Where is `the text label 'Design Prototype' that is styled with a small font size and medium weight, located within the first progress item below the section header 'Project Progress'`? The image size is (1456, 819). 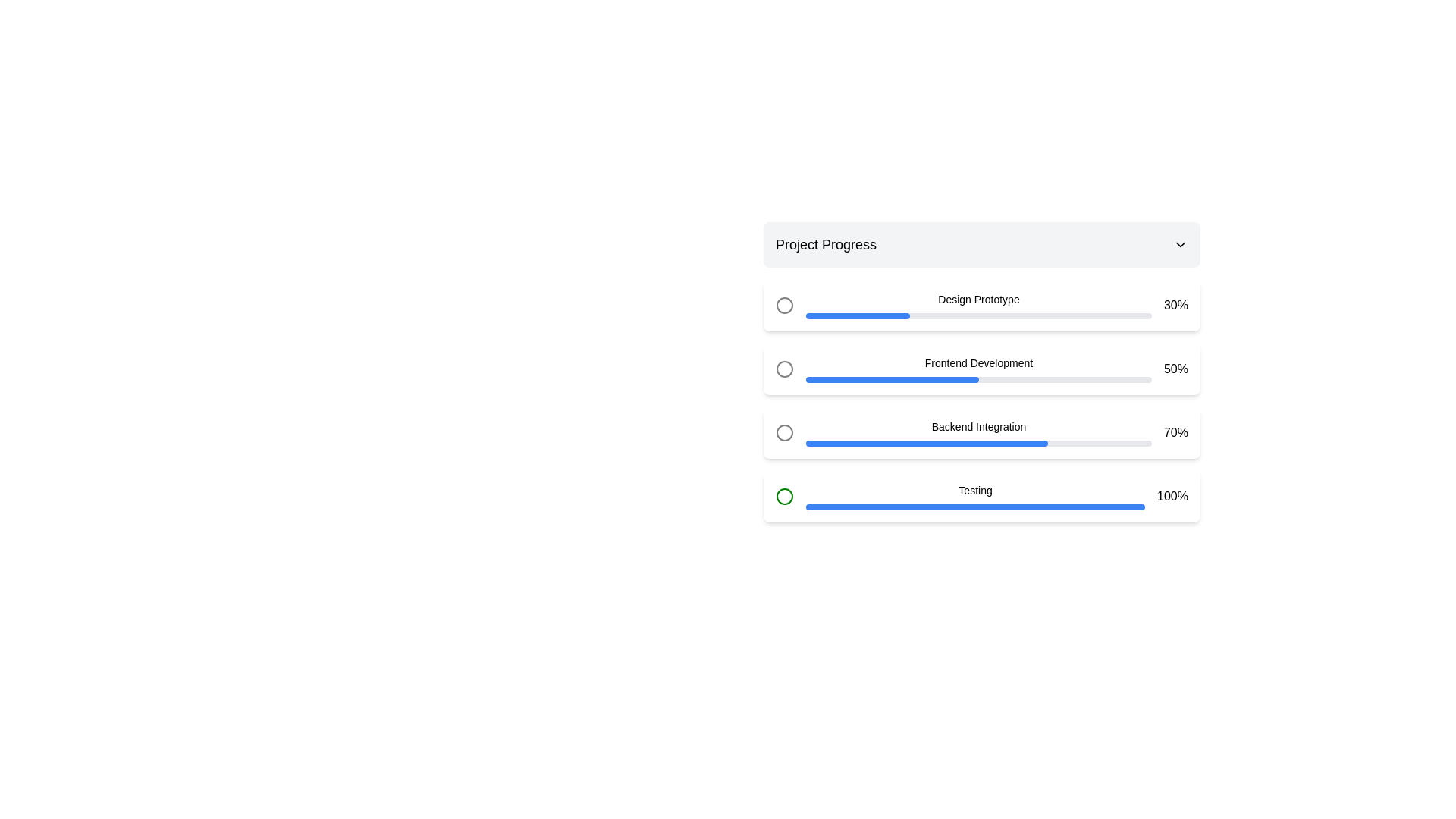
the text label 'Design Prototype' that is styled with a small font size and medium weight, located within the first progress item below the section header 'Project Progress' is located at coordinates (979, 299).